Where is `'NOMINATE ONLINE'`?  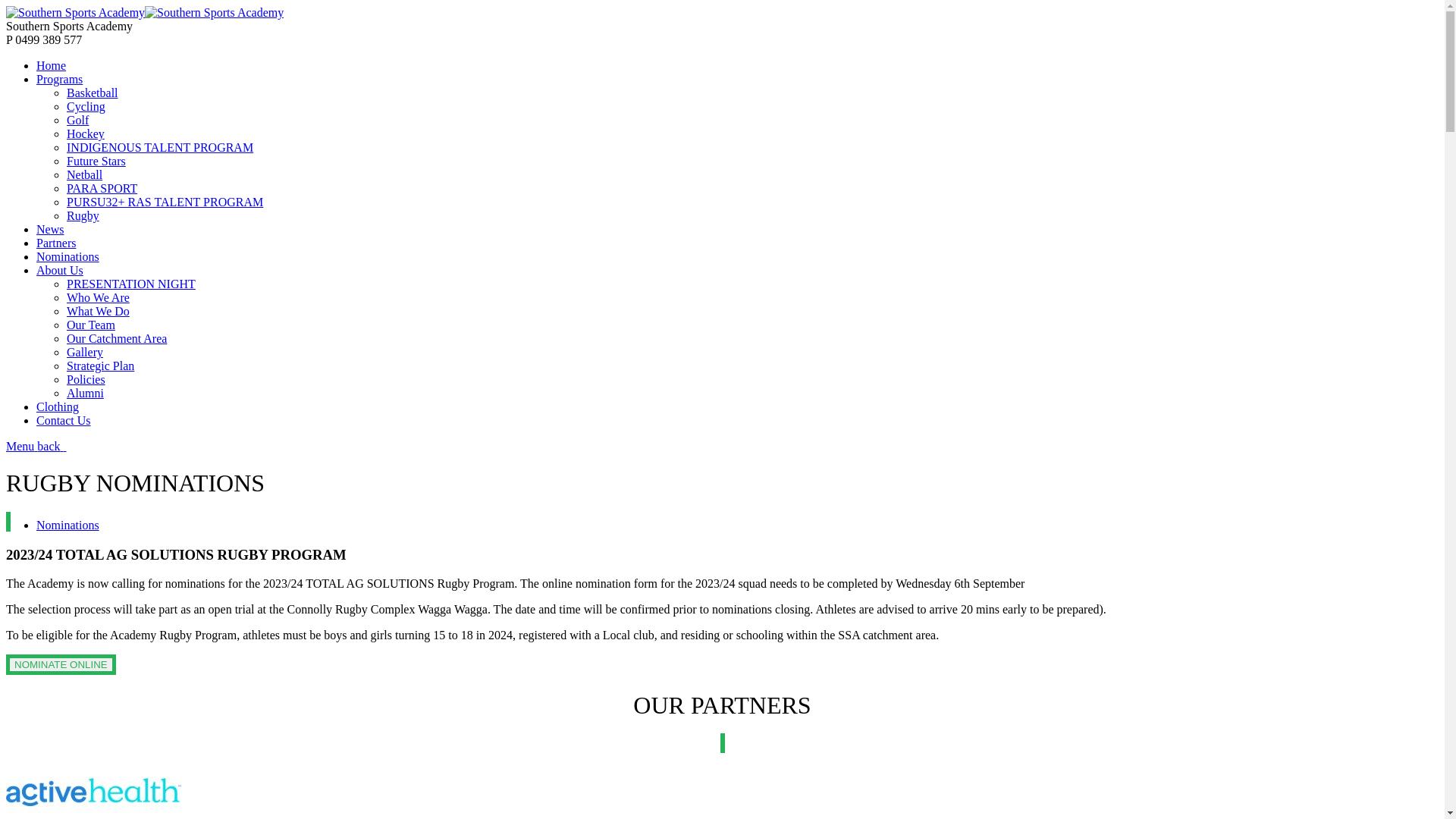 'NOMINATE ONLINE' is located at coordinates (61, 663).